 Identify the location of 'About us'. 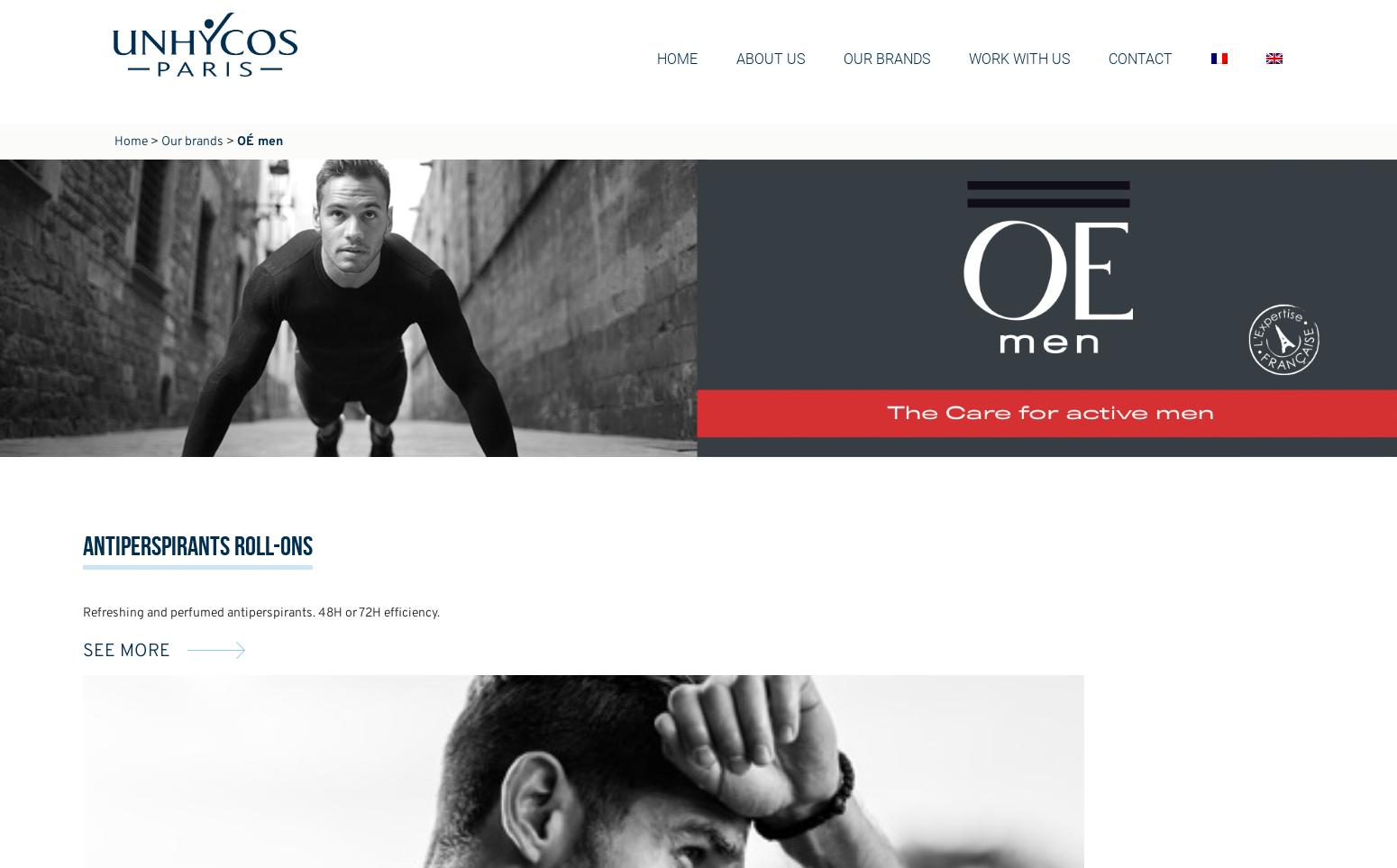
(735, 59).